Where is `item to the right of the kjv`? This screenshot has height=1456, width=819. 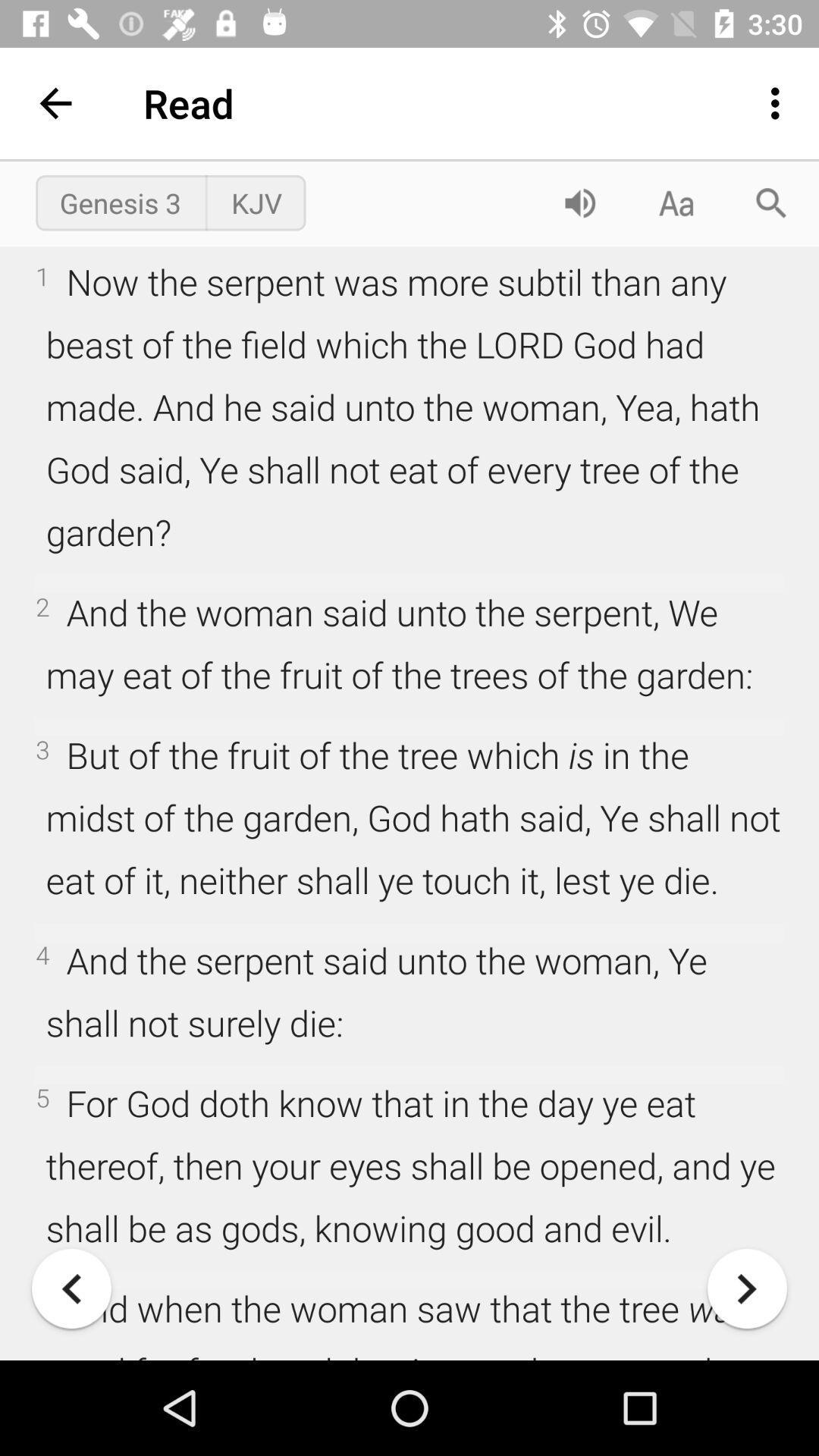
item to the right of the kjv is located at coordinates (579, 202).